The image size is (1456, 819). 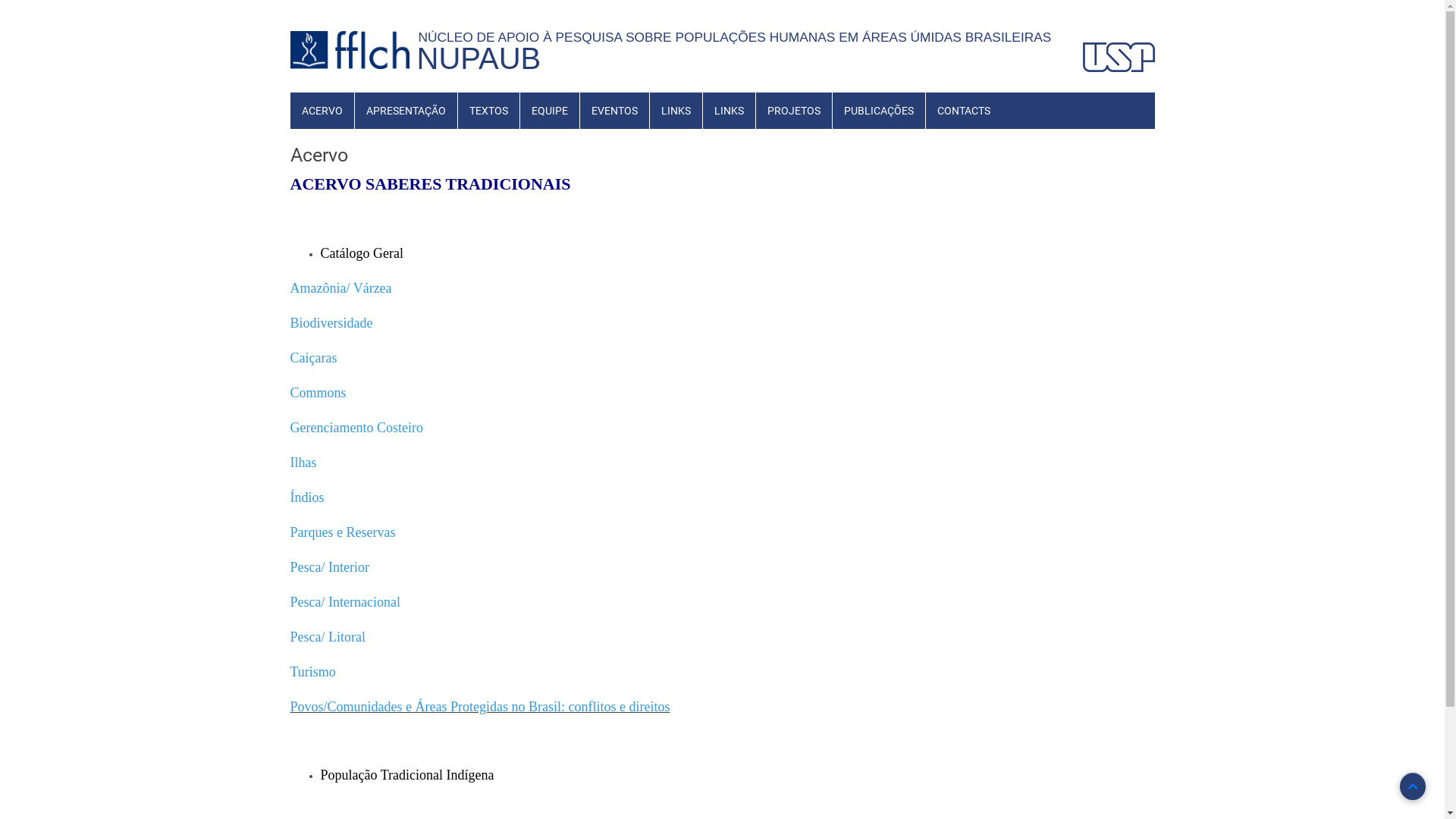 What do you see at coordinates (341, 532) in the screenshot?
I see `'Parques e Reservas'` at bounding box center [341, 532].